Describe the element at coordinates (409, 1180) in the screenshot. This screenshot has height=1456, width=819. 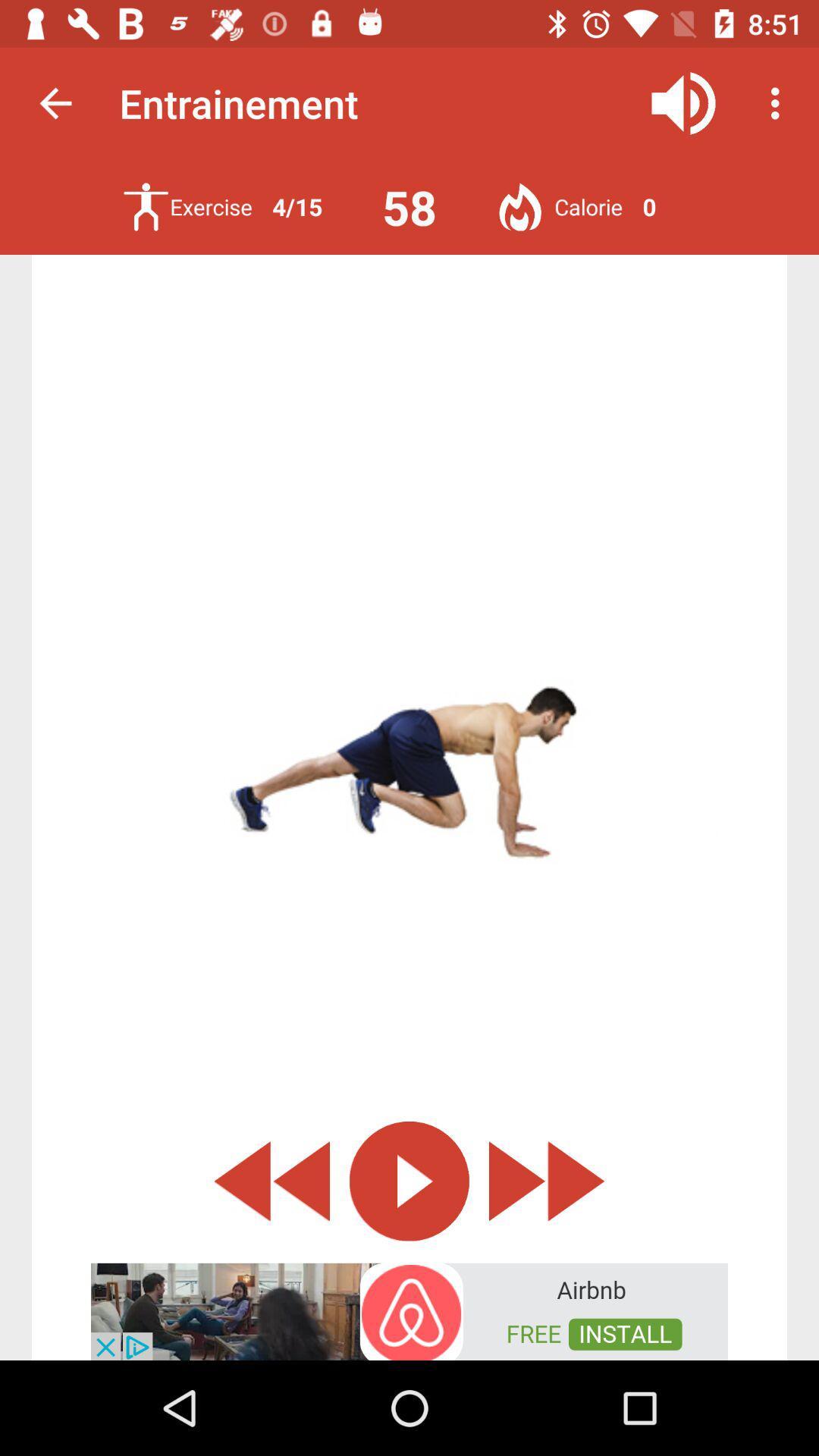
I see `the play icon` at that location.